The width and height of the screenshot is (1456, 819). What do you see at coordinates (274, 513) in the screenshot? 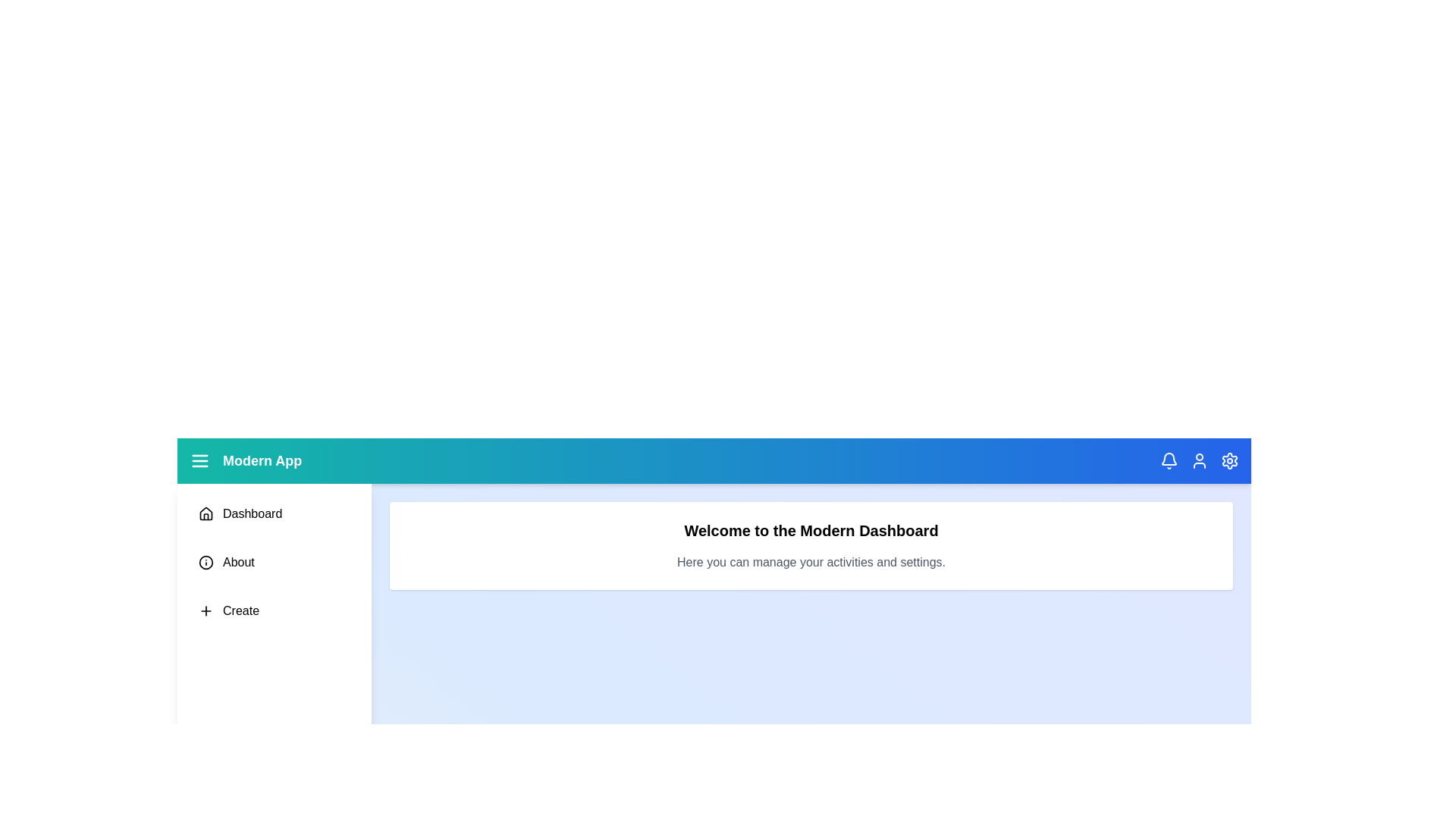
I see `the menu item Dashboard from the sidebar` at bounding box center [274, 513].